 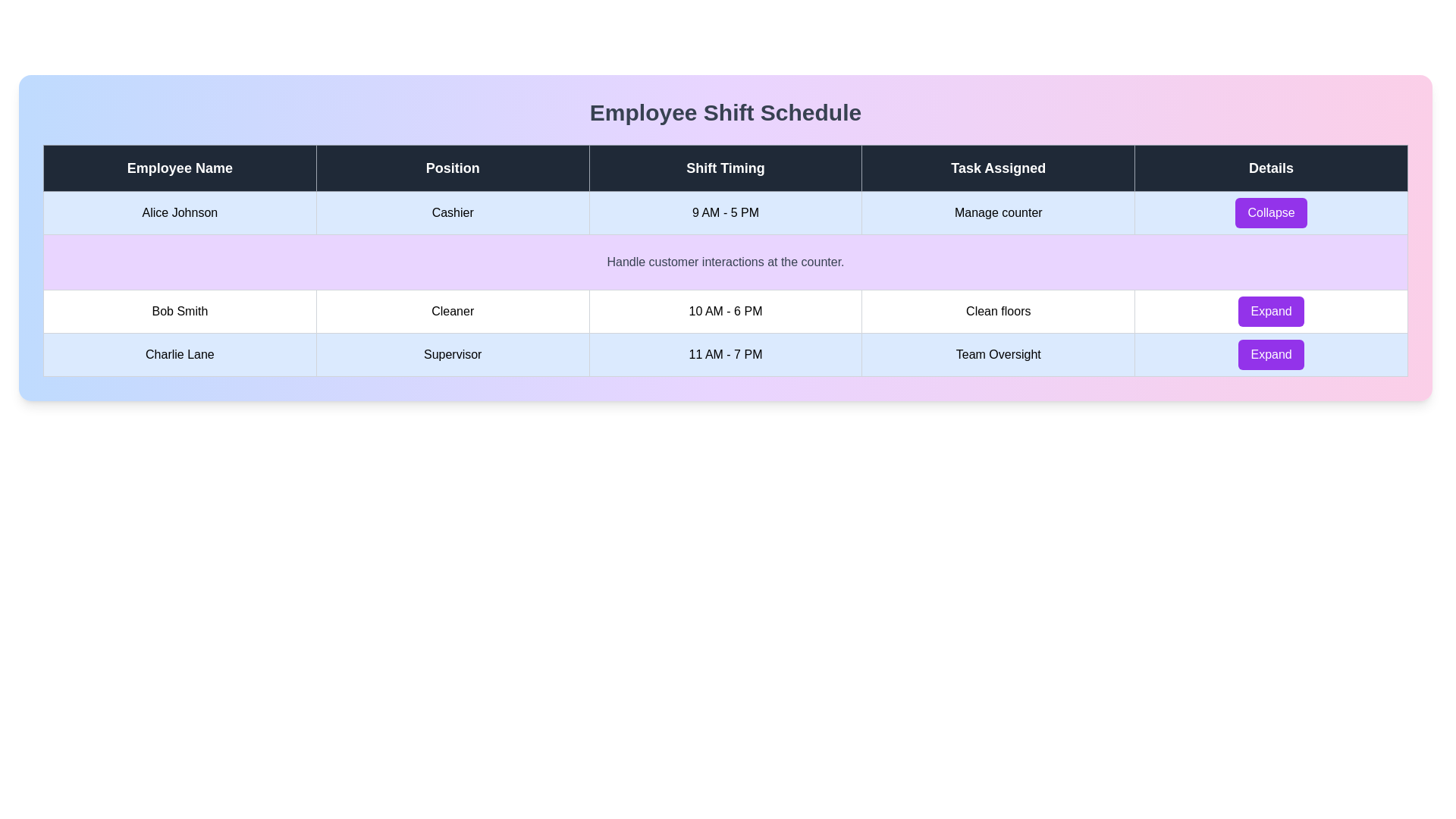 What do you see at coordinates (724, 262) in the screenshot?
I see `text element that says 'Handle customer interactions at the counter.', which is styled in gray on a light purple background and located beneath the 'Alice Johnson' section in the 'Employee Shift Schedule' table` at bounding box center [724, 262].